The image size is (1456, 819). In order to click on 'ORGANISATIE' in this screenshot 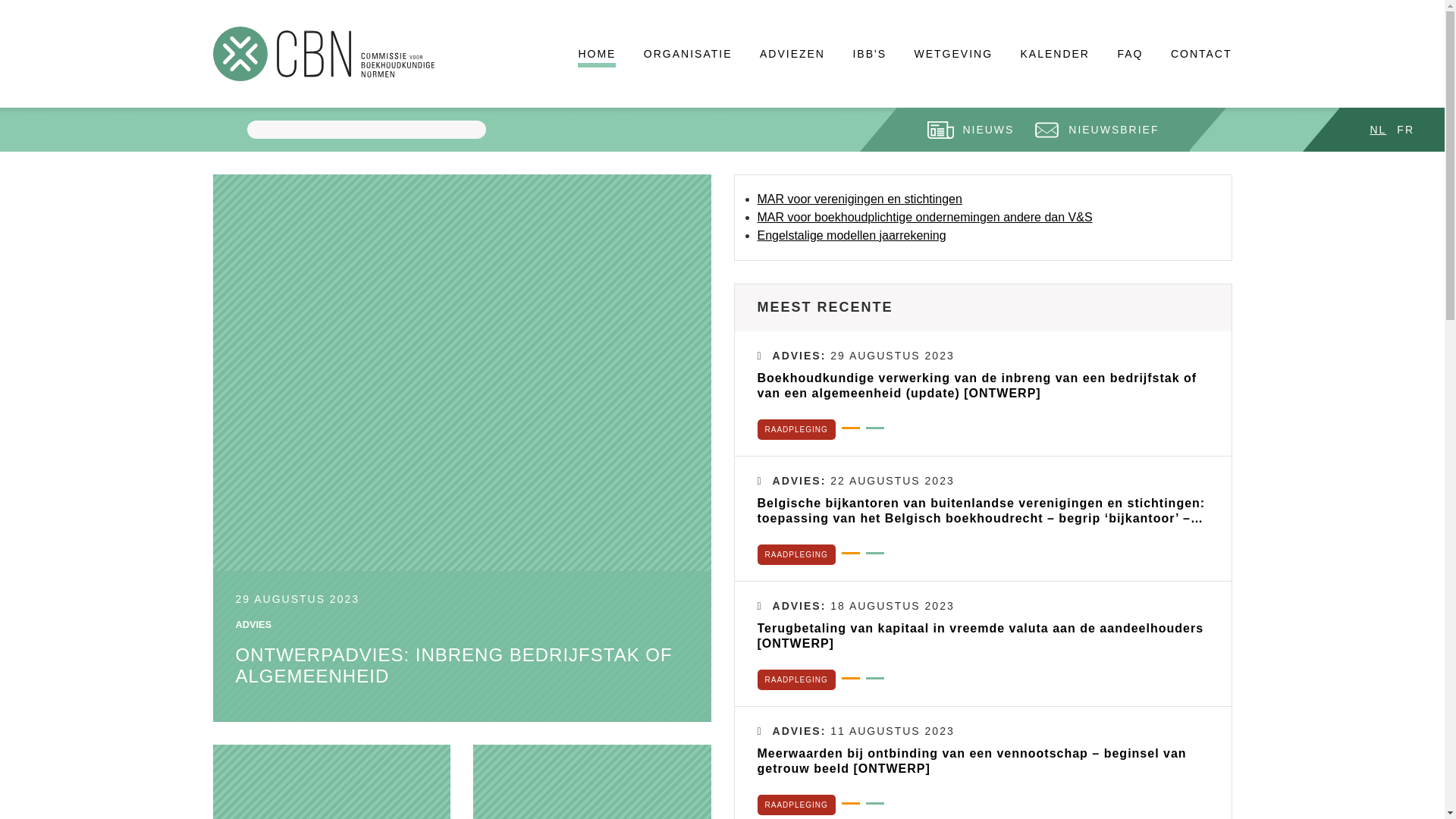, I will do `click(687, 55)`.